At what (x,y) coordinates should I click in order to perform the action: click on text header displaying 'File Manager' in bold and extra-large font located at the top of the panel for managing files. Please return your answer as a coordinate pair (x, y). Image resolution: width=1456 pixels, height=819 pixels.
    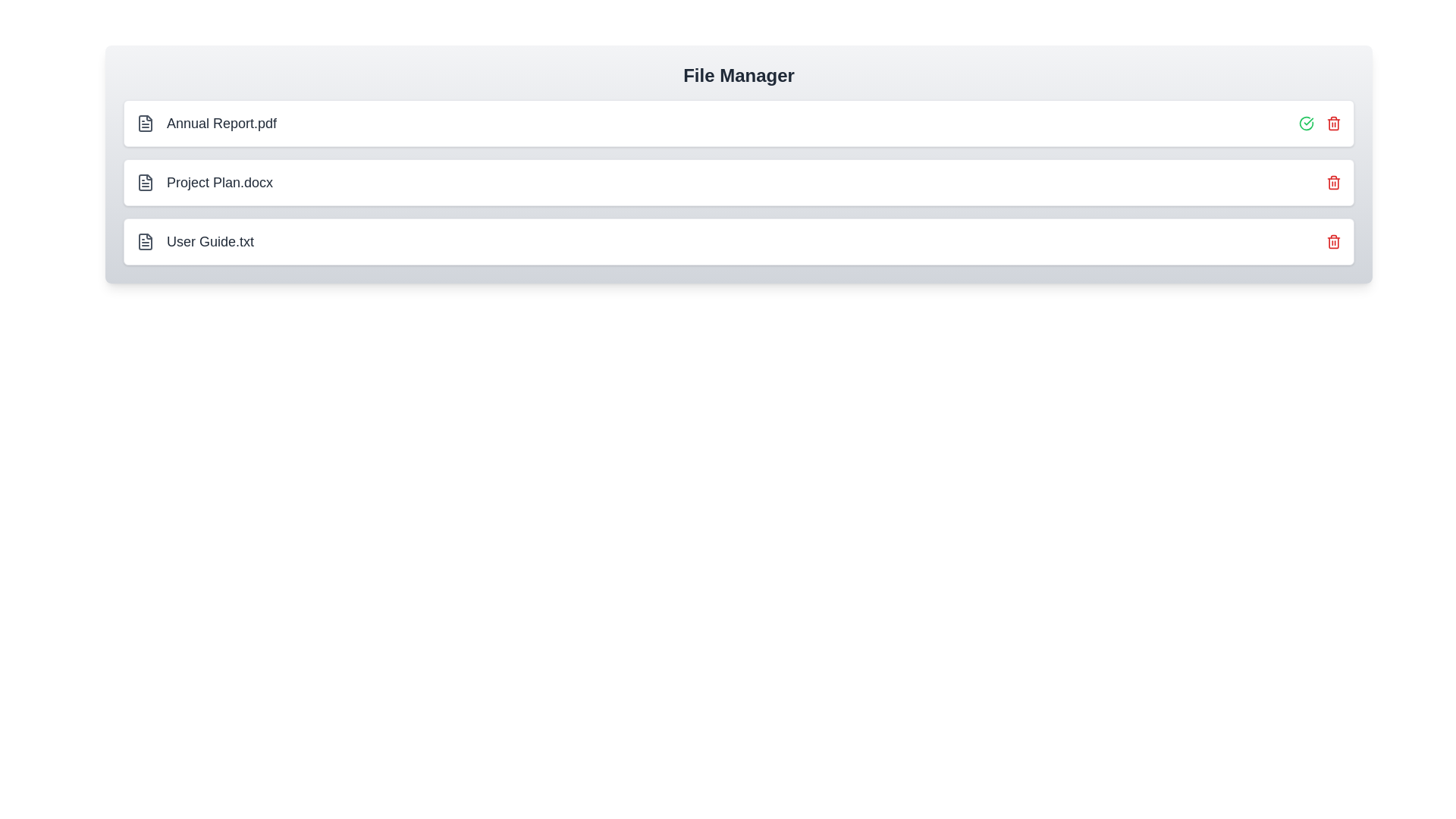
    Looking at the image, I should click on (739, 76).